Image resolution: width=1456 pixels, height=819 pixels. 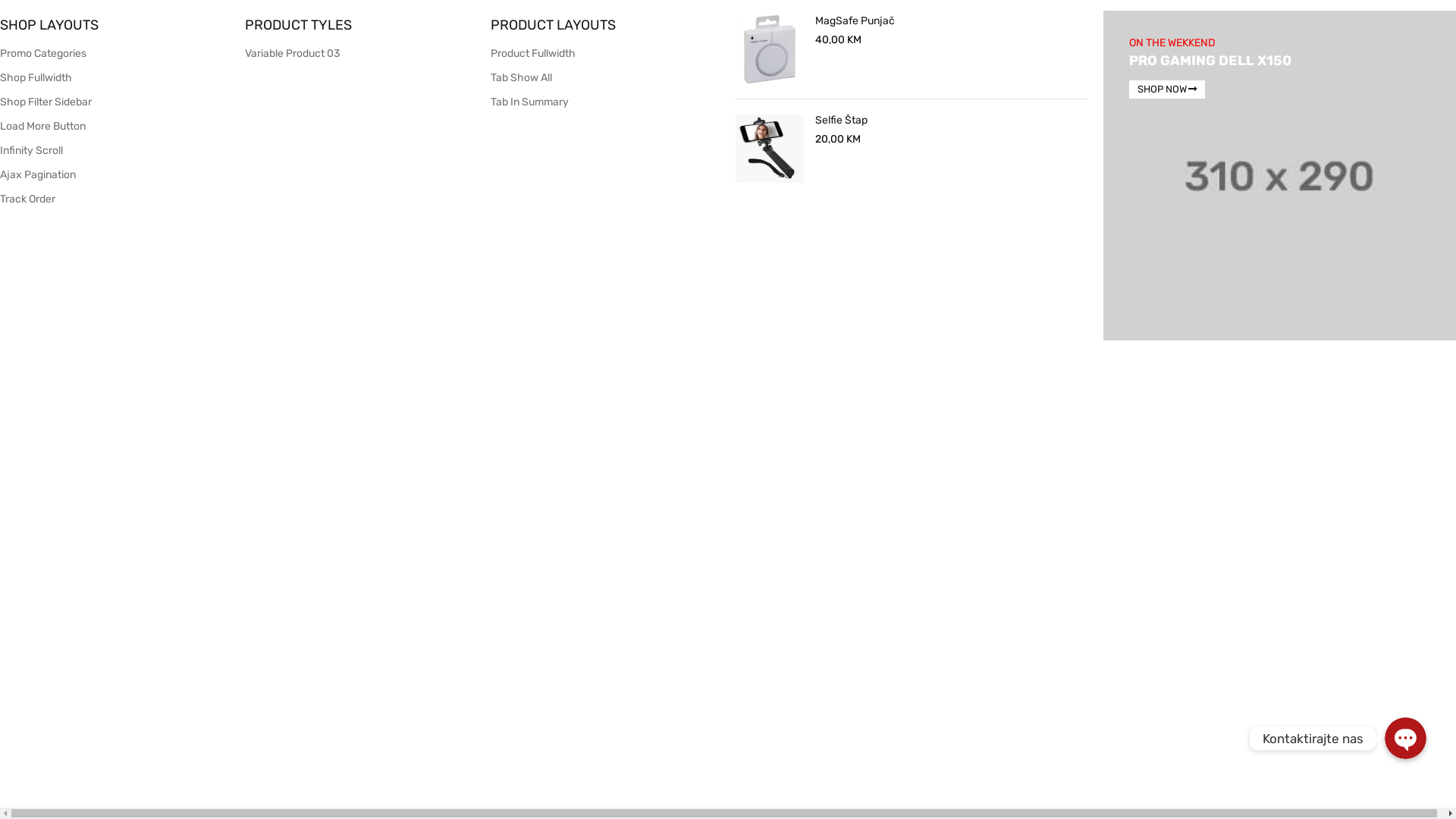 I want to click on 'Infinity Scroll', so click(x=31, y=150).